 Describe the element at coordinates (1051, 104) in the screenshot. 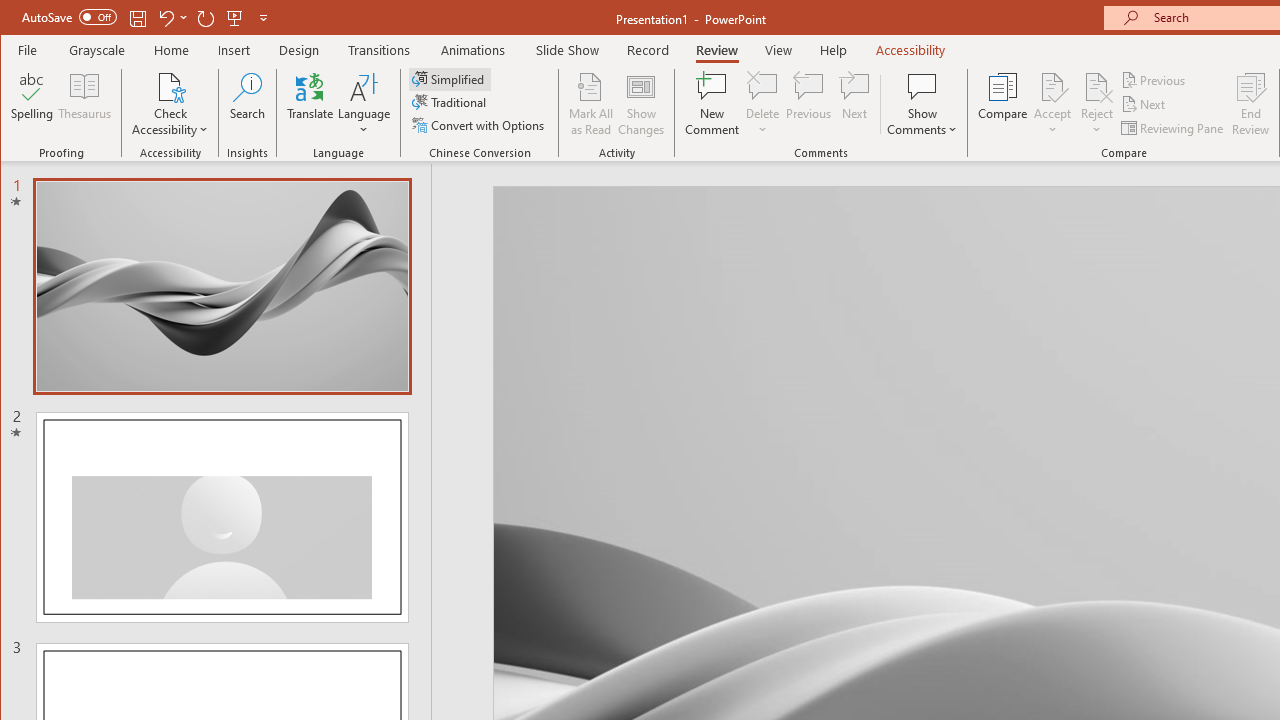

I see `'Accept'` at that location.